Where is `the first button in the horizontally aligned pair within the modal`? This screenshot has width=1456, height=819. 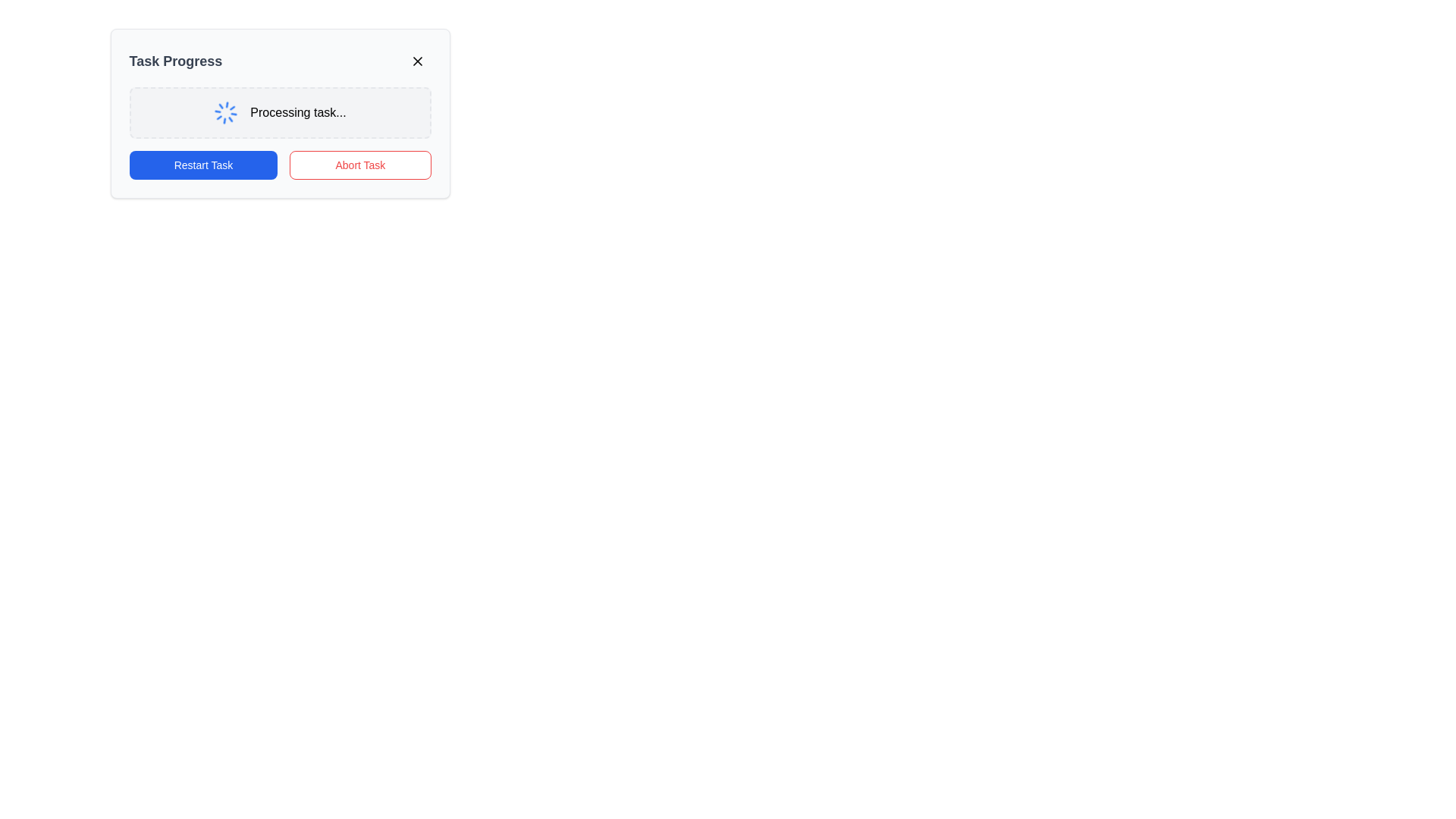
the first button in the horizontally aligned pair within the modal is located at coordinates (202, 165).